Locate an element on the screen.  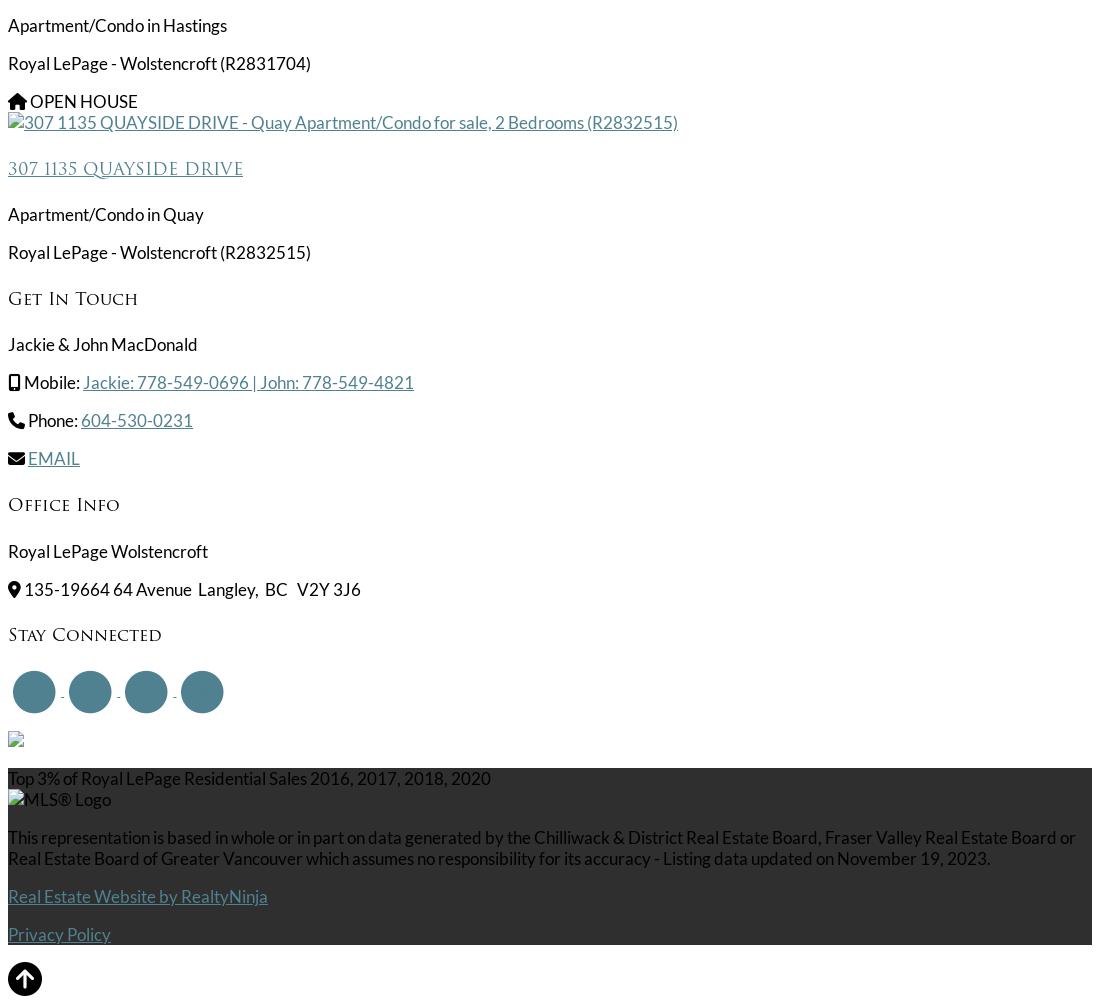
'Top 3% of Royal LePage Residential Sales 2016, 2017, 2018, 2020' is located at coordinates (249, 777).